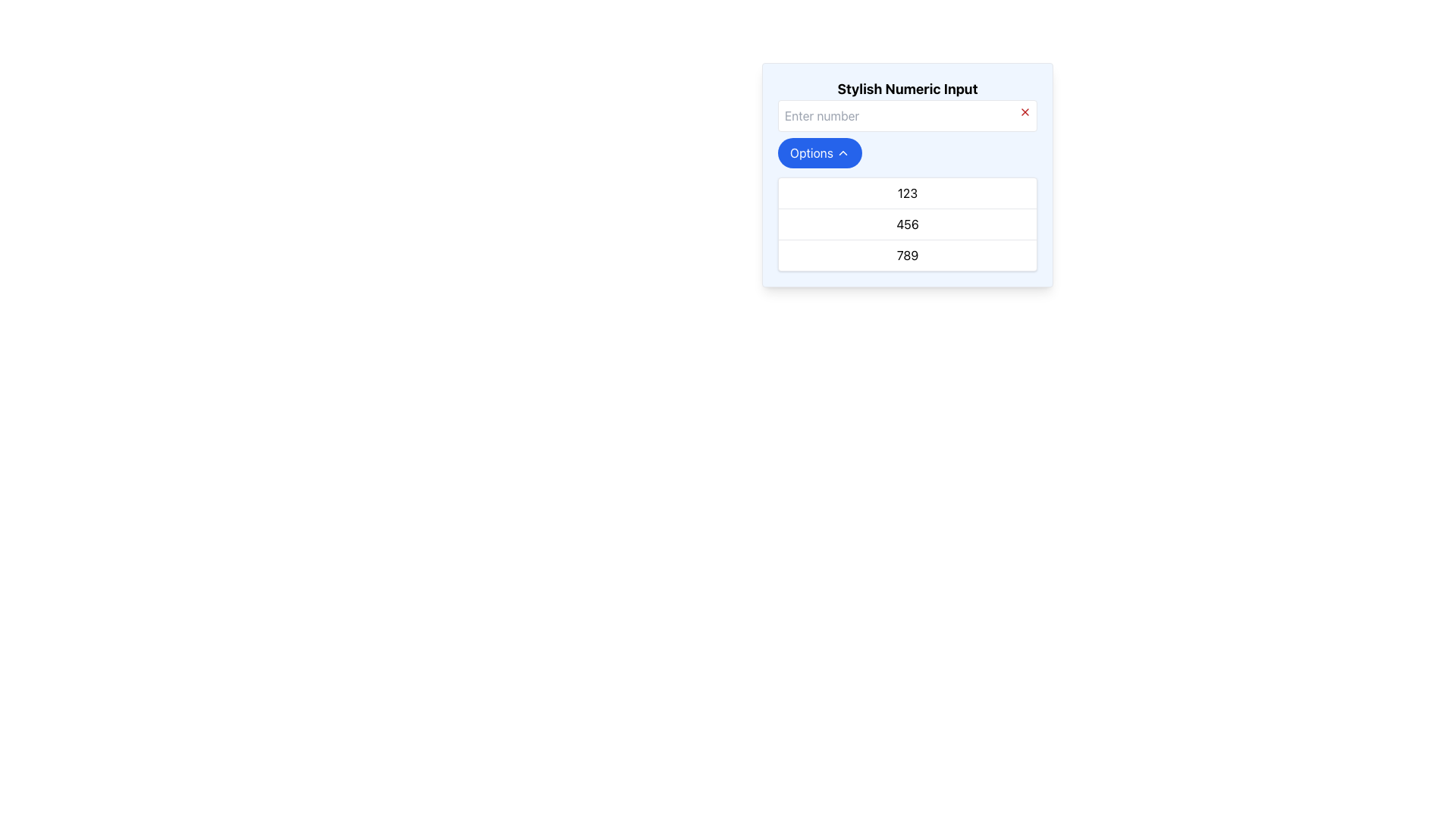  I want to click on the clear button located at the upper right corner of the input field, so click(1025, 111).